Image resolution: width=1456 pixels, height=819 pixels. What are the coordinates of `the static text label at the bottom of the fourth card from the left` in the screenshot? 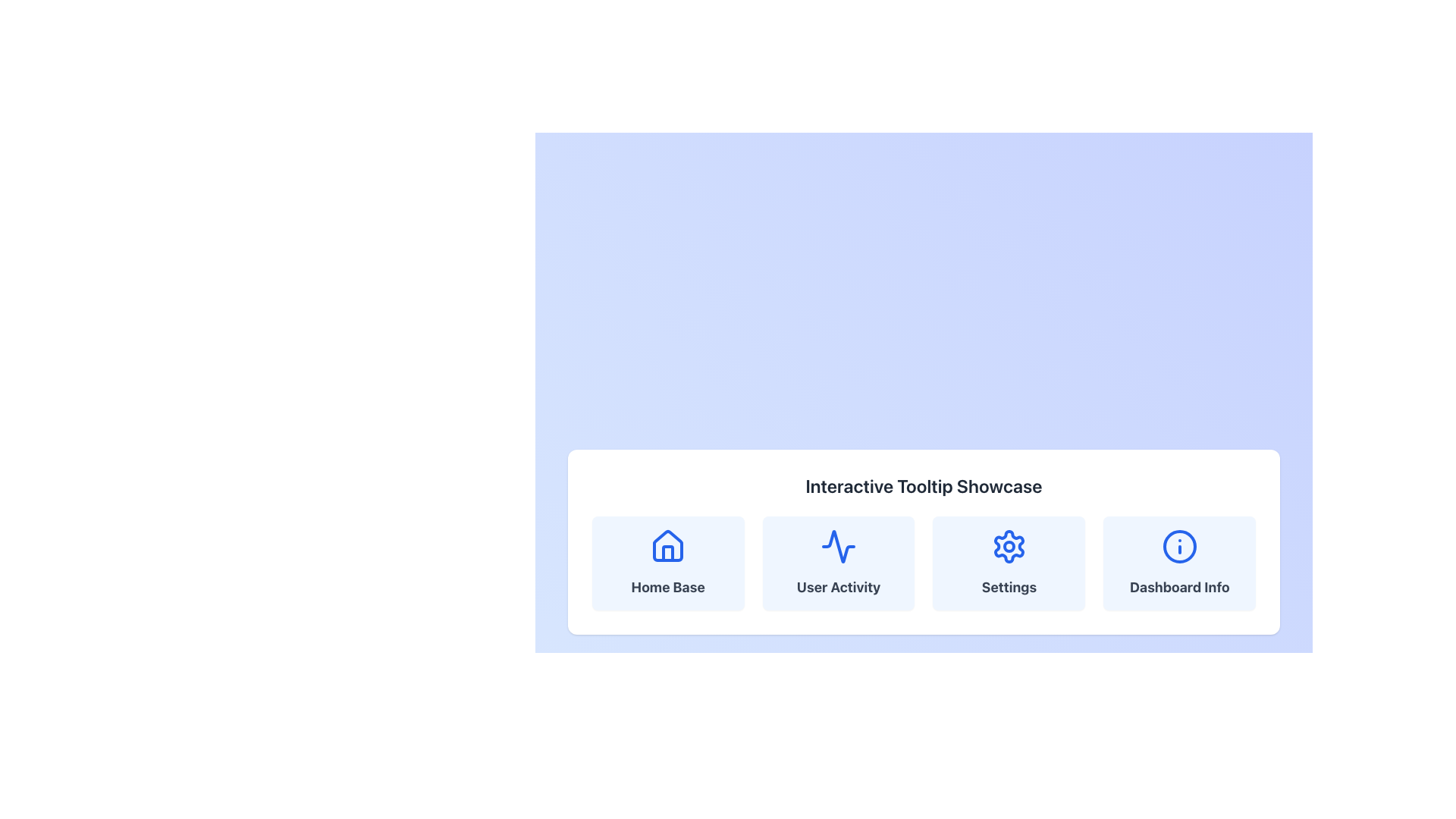 It's located at (1178, 587).